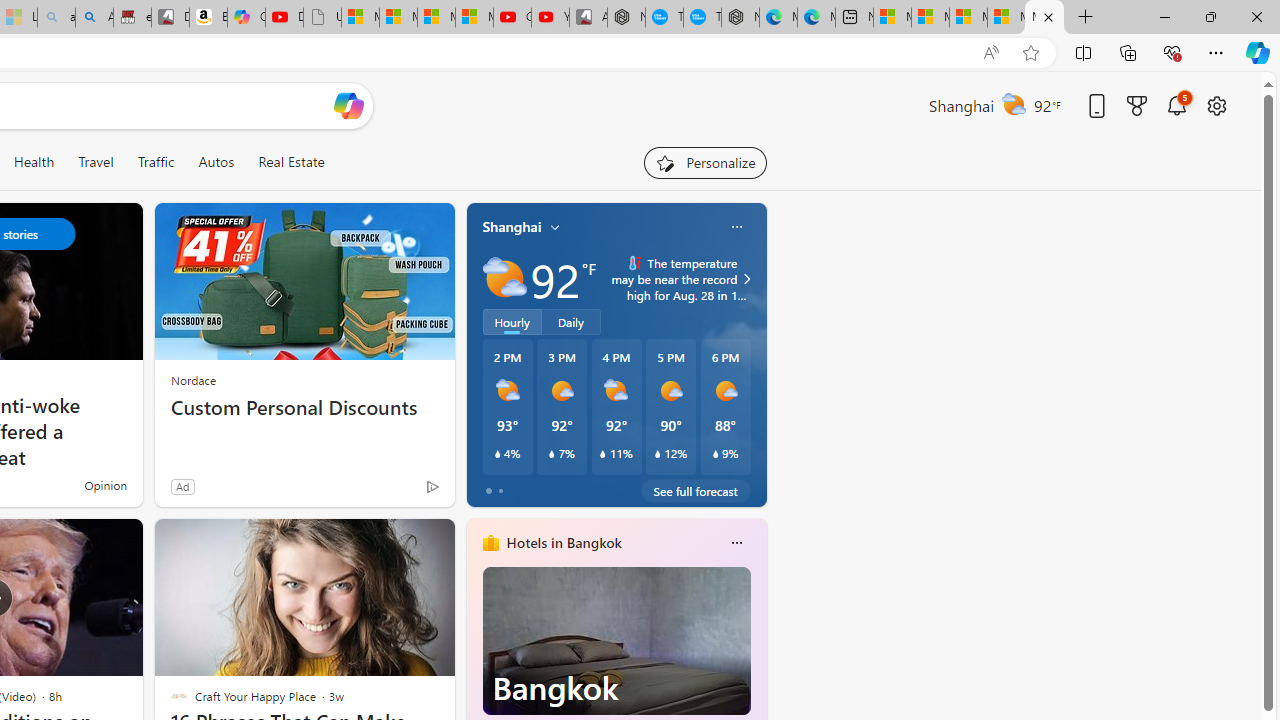 The image size is (1280, 720). What do you see at coordinates (321, 17) in the screenshot?
I see `'Untitled'` at bounding box center [321, 17].